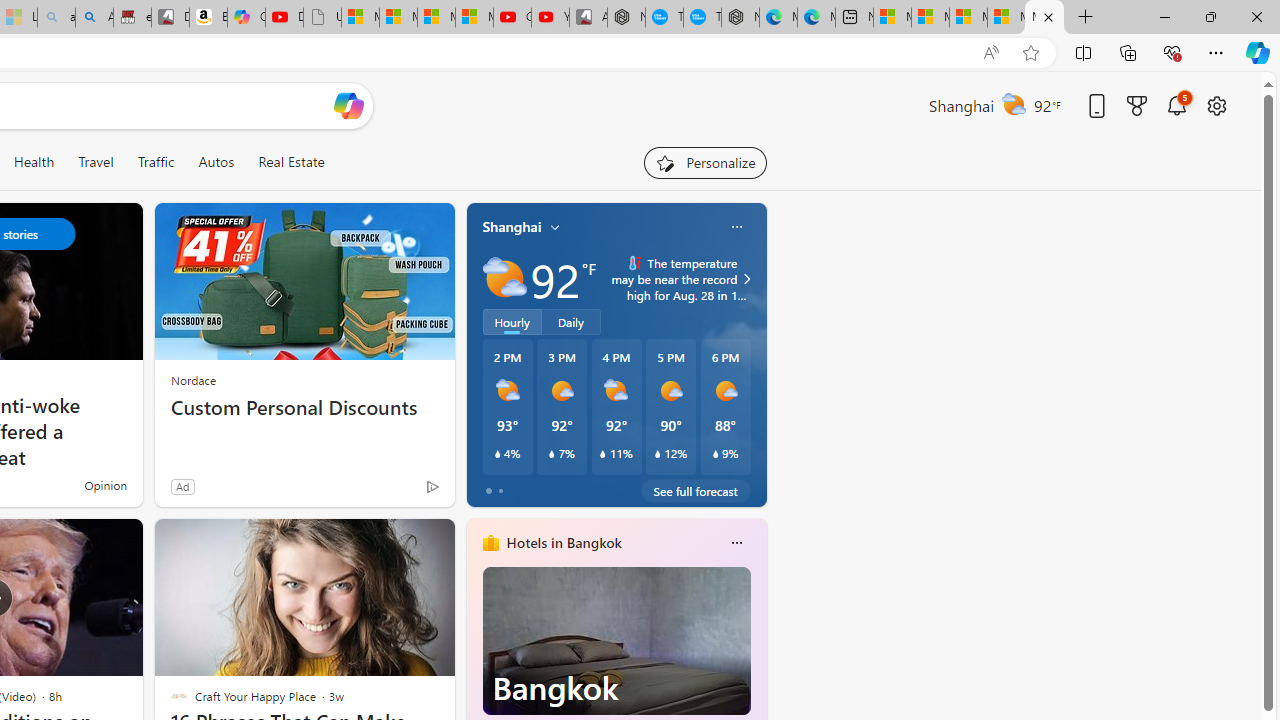 The image size is (1280, 720). What do you see at coordinates (321, 17) in the screenshot?
I see `'Untitled'` at bounding box center [321, 17].